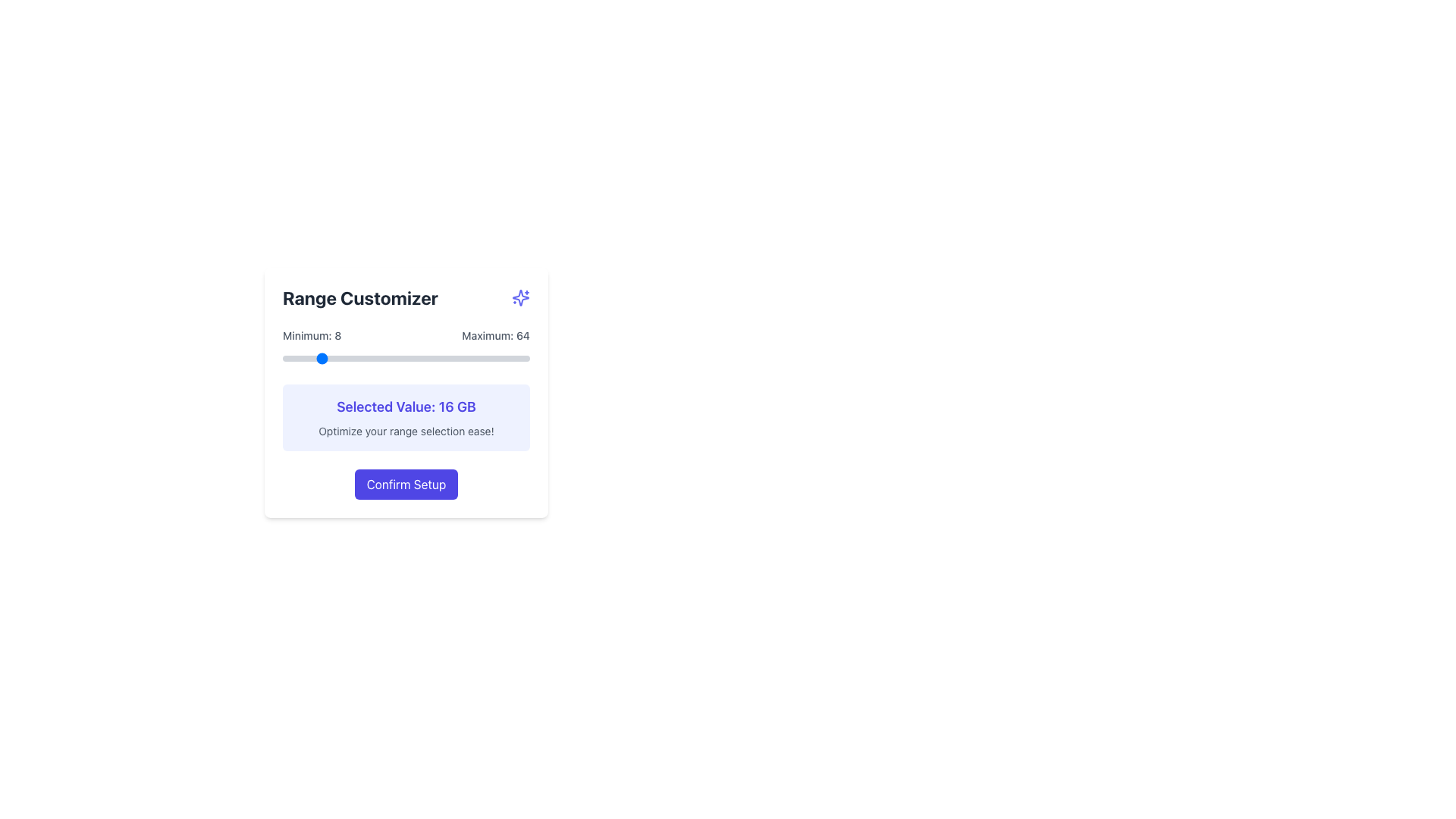 This screenshot has height=819, width=1456. Describe the element at coordinates (406, 418) in the screenshot. I see `the informational card with a light indigo background that displays 'Selected Value: 16 GB' and a caption 'Optimize your range selection ease!', located within the 'Range Customizer' section` at that location.